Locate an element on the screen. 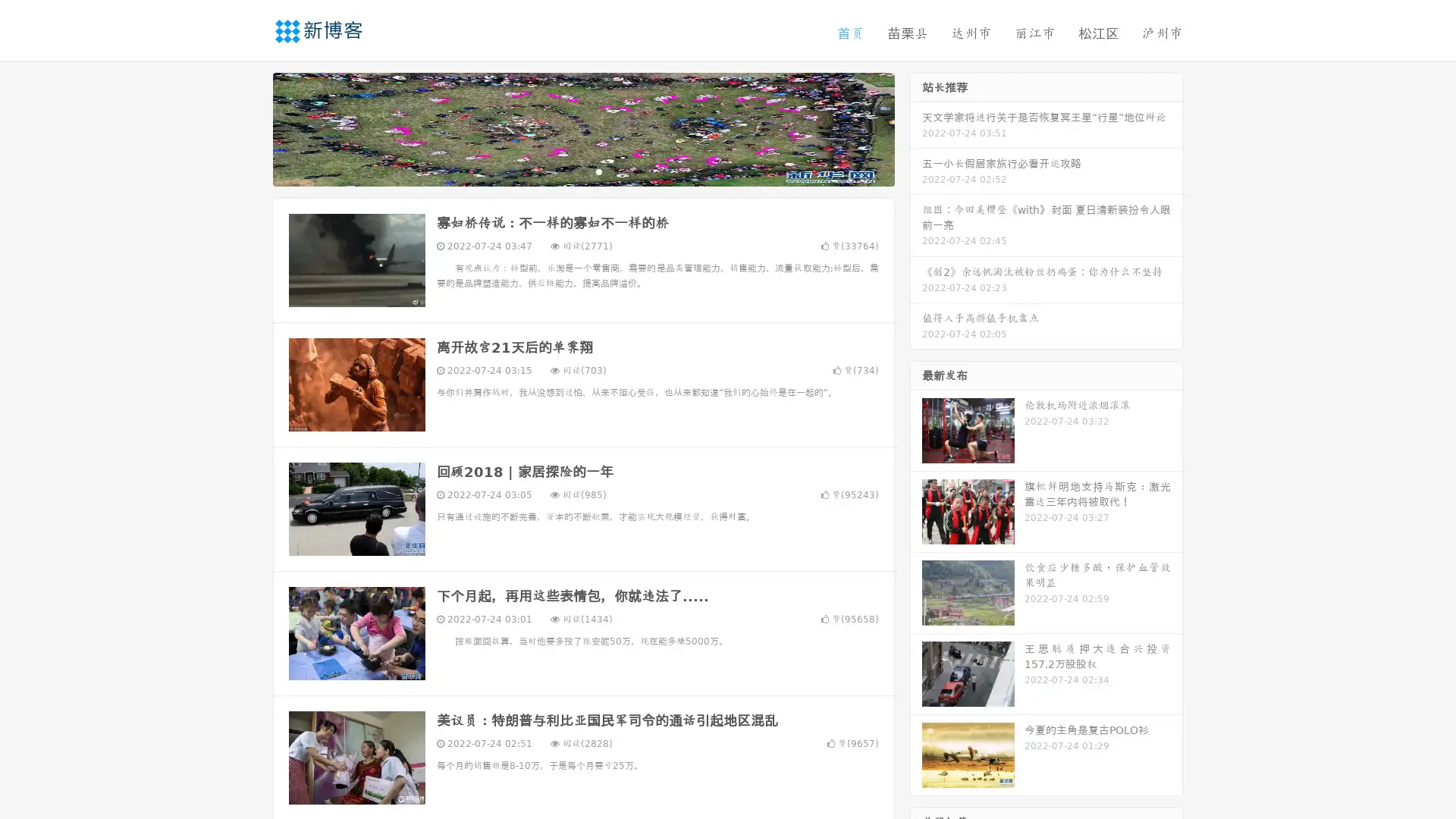 Image resolution: width=1456 pixels, height=819 pixels. Previous slide is located at coordinates (250, 127).